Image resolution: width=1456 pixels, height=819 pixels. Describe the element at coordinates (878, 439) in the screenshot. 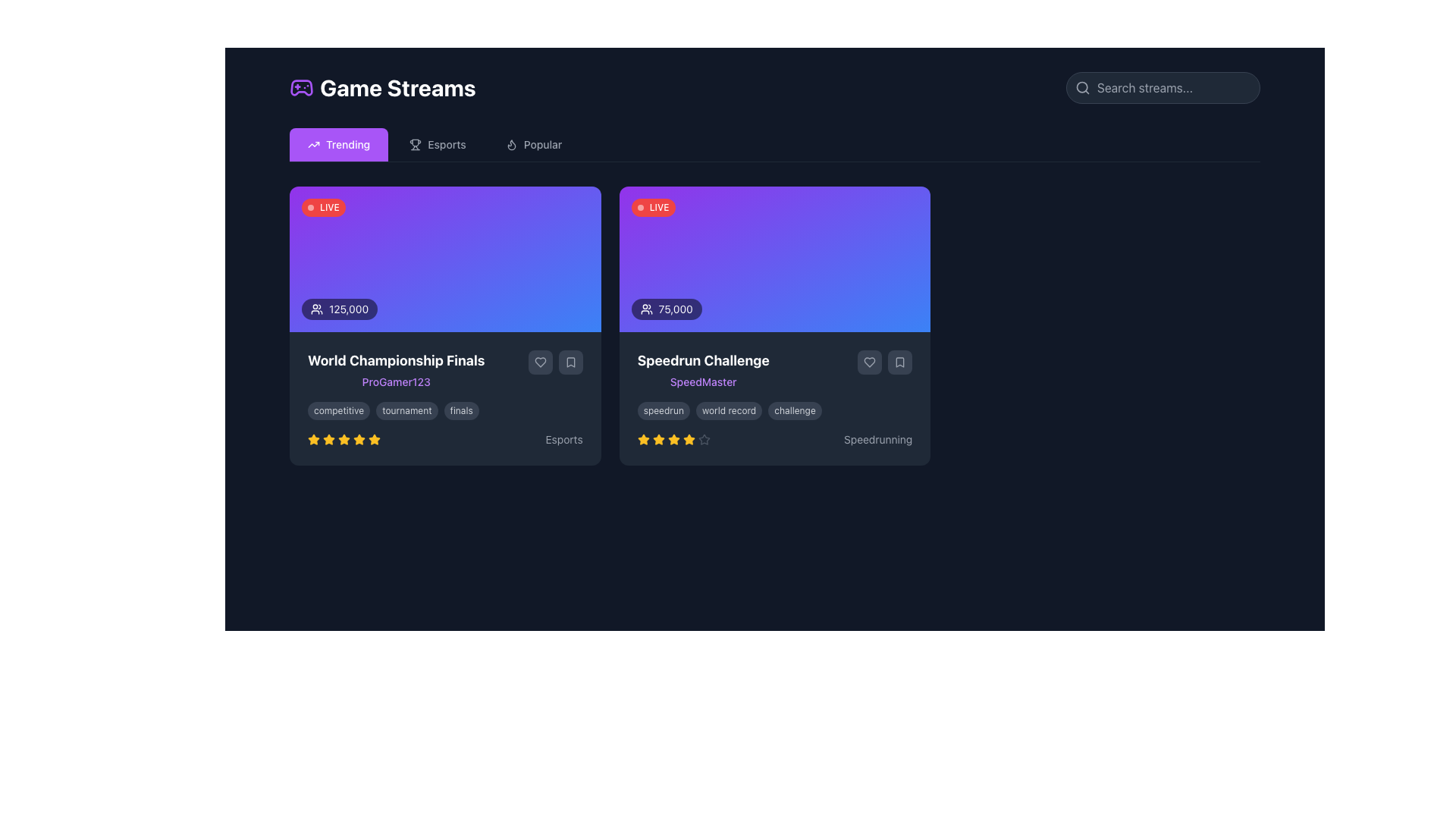

I see `text from the small gray label reading 'Speedrunning' located at the bottom-right corner of the right card in the UI` at that location.